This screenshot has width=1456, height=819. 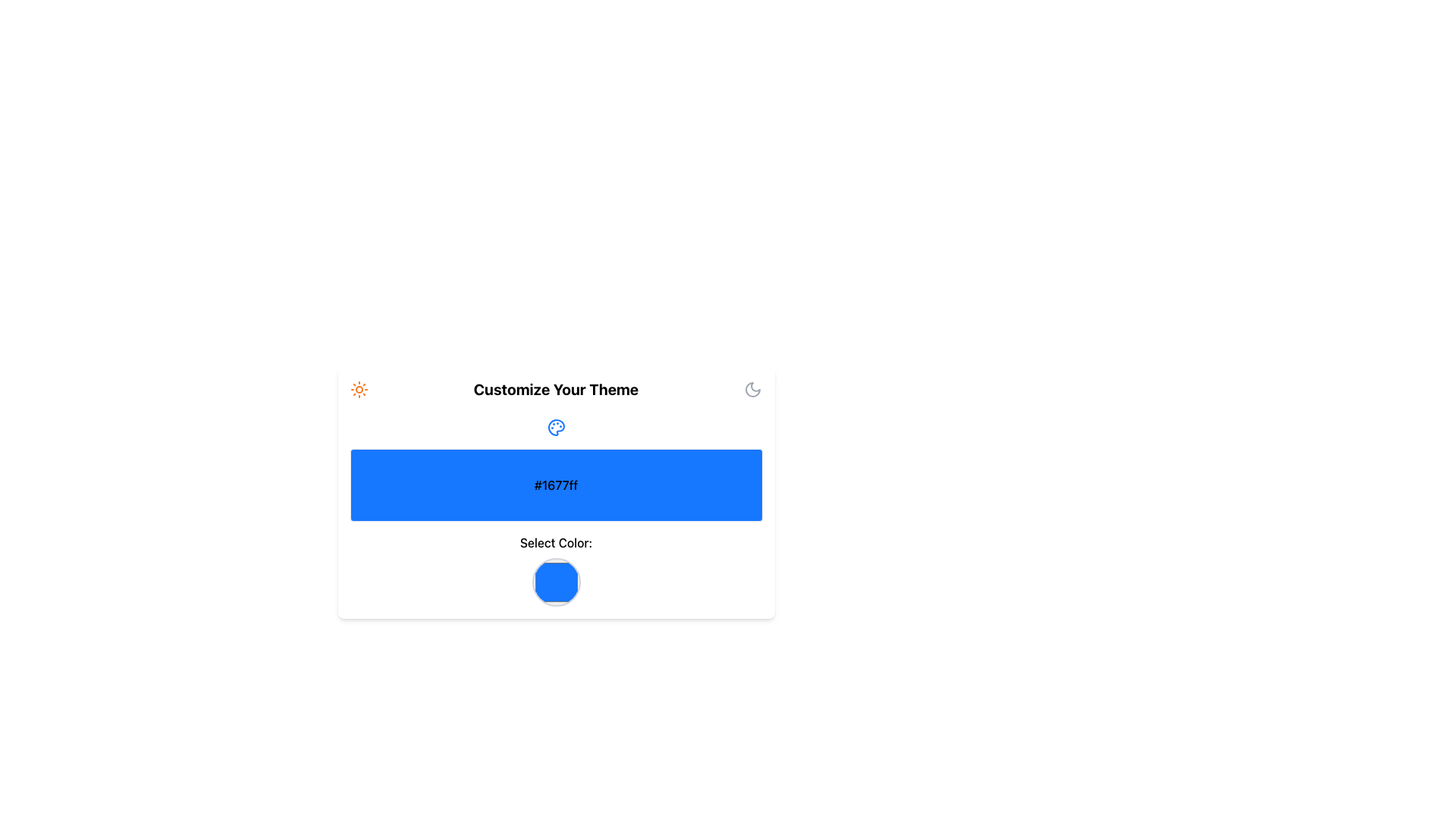 What do you see at coordinates (555, 427) in the screenshot?
I see `the circular palette icon with multiple small dots and a curved line, styled in blue, located centrally at the top of the modal section titled 'Customize Your Theme'` at bounding box center [555, 427].